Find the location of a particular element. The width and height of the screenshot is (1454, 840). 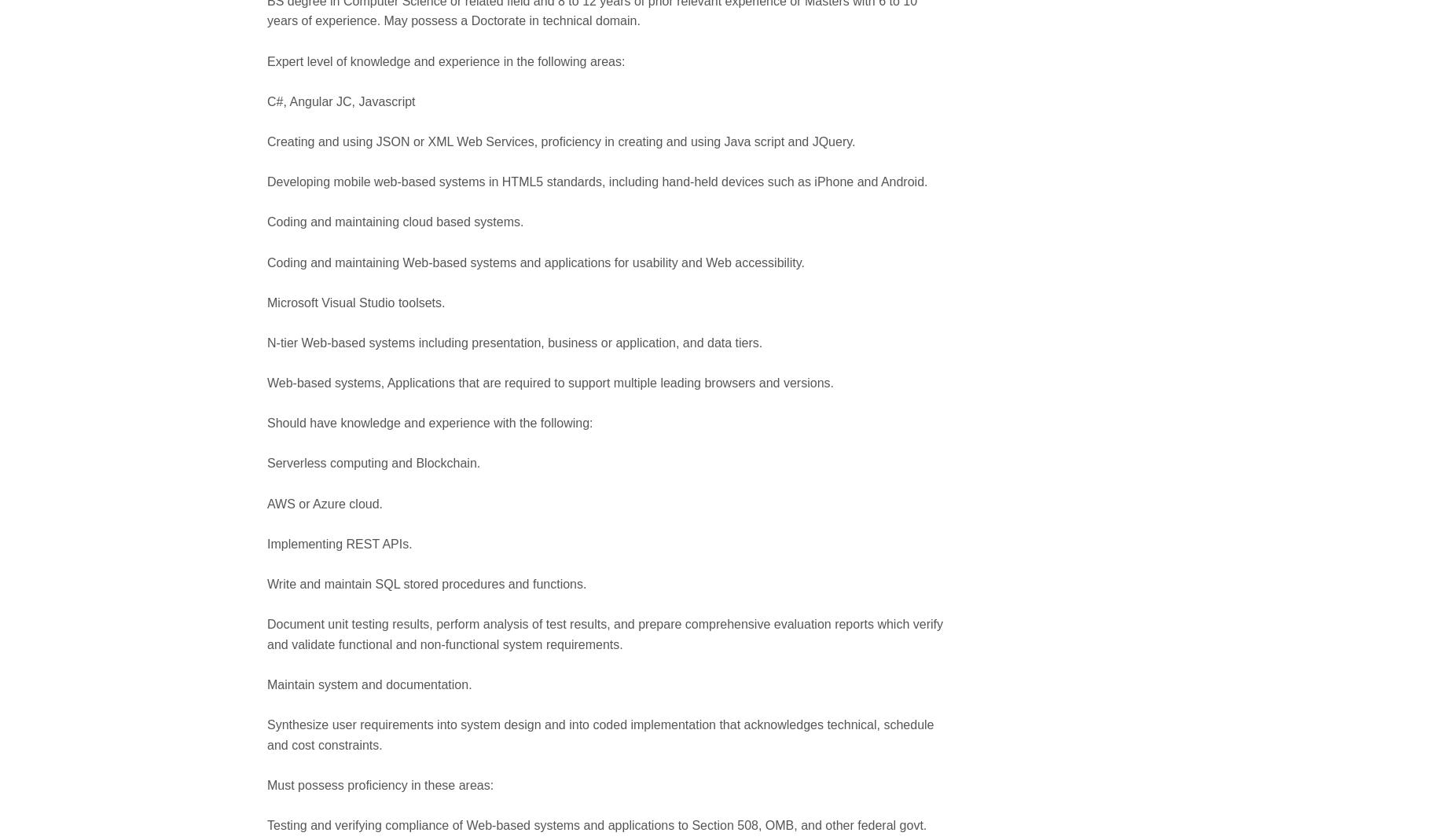

'Expert level of knowledge and experience in the following areas:' is located at coordinates (446, 60).